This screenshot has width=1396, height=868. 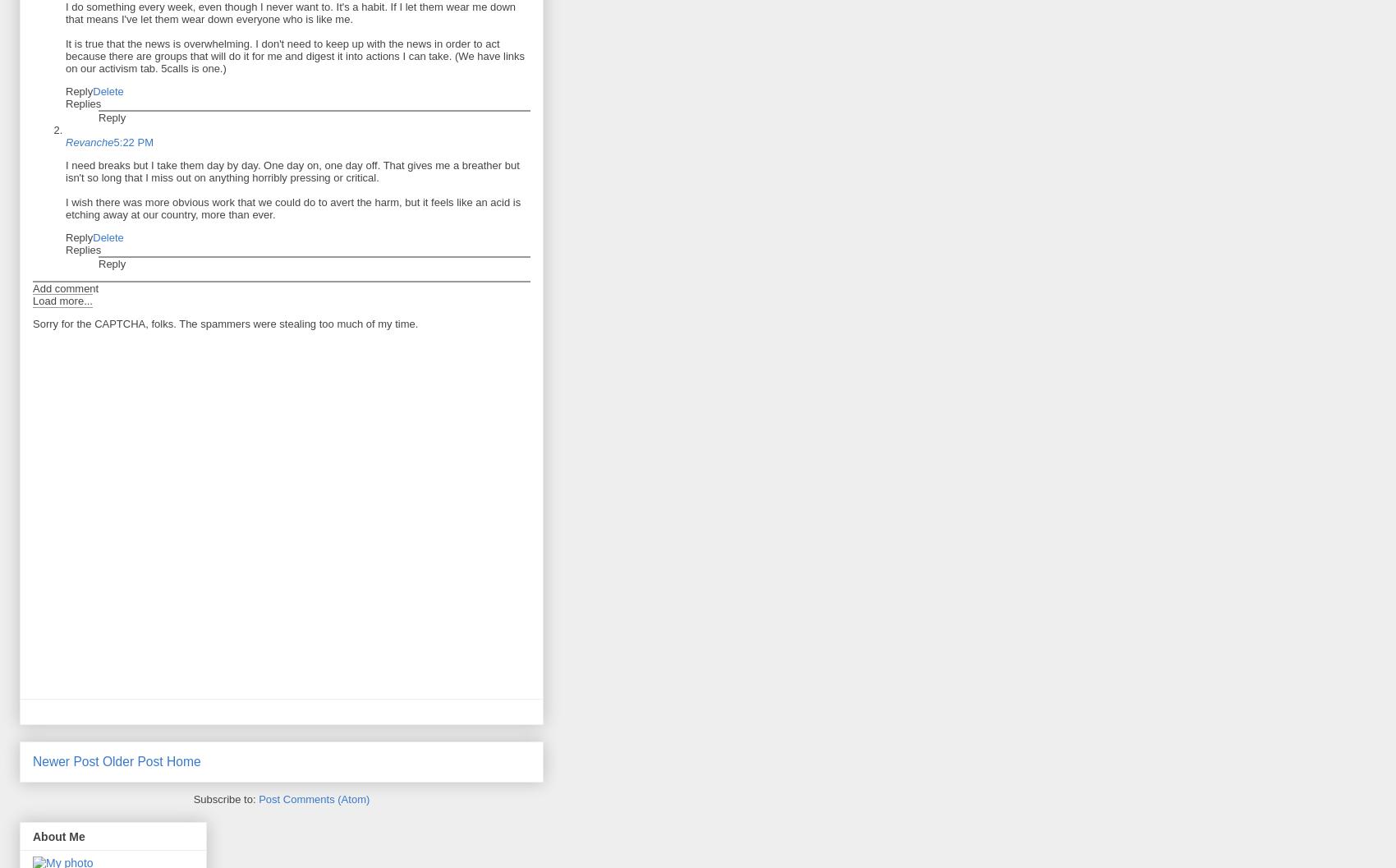 What do you see at coordinates (62, 301) in the screenshot?
I see `'Load more...'` at bounding box center [62, 301].